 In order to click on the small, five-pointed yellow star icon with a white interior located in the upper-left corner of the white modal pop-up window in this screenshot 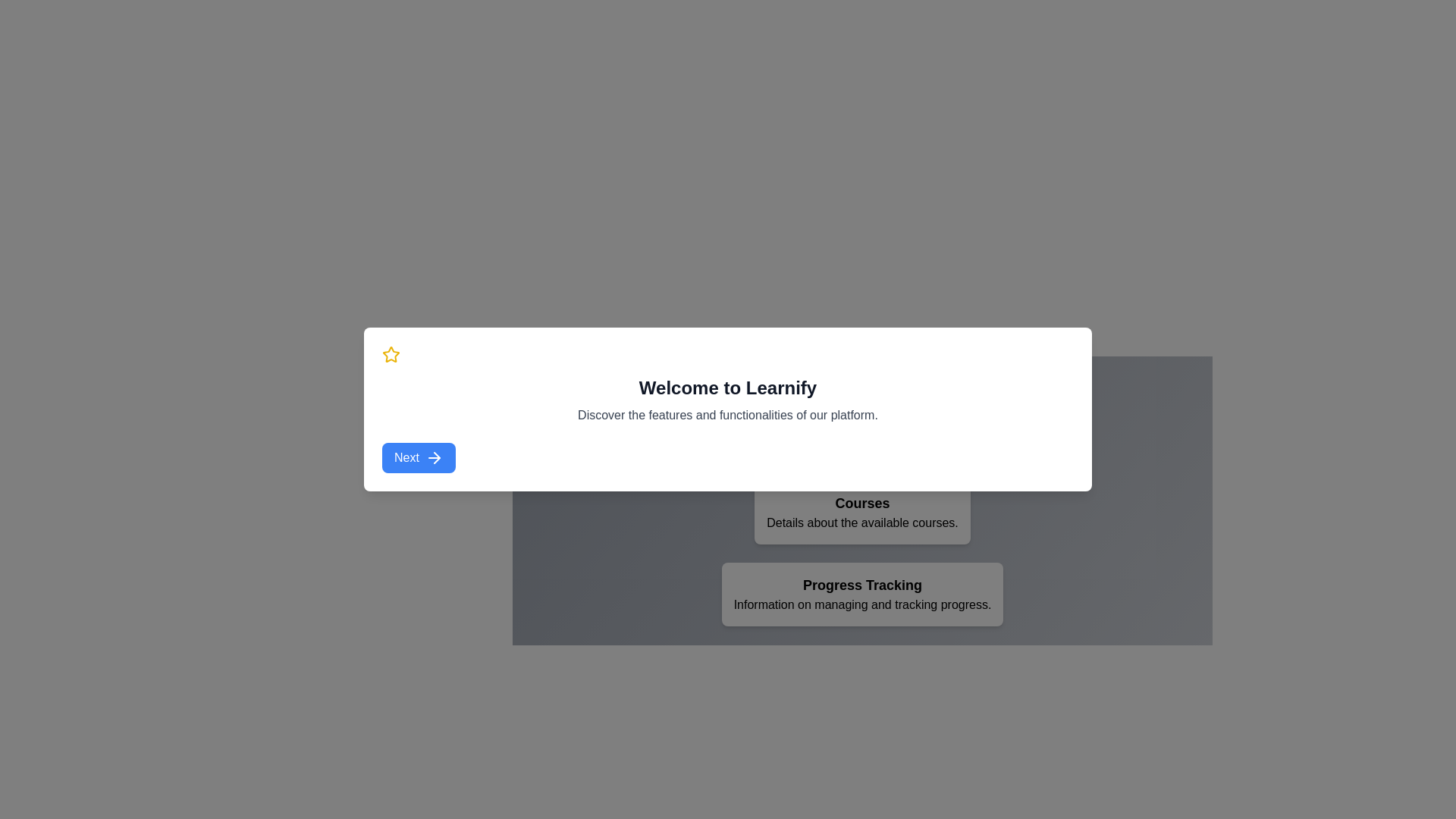, I will do `click(391, 354)`.